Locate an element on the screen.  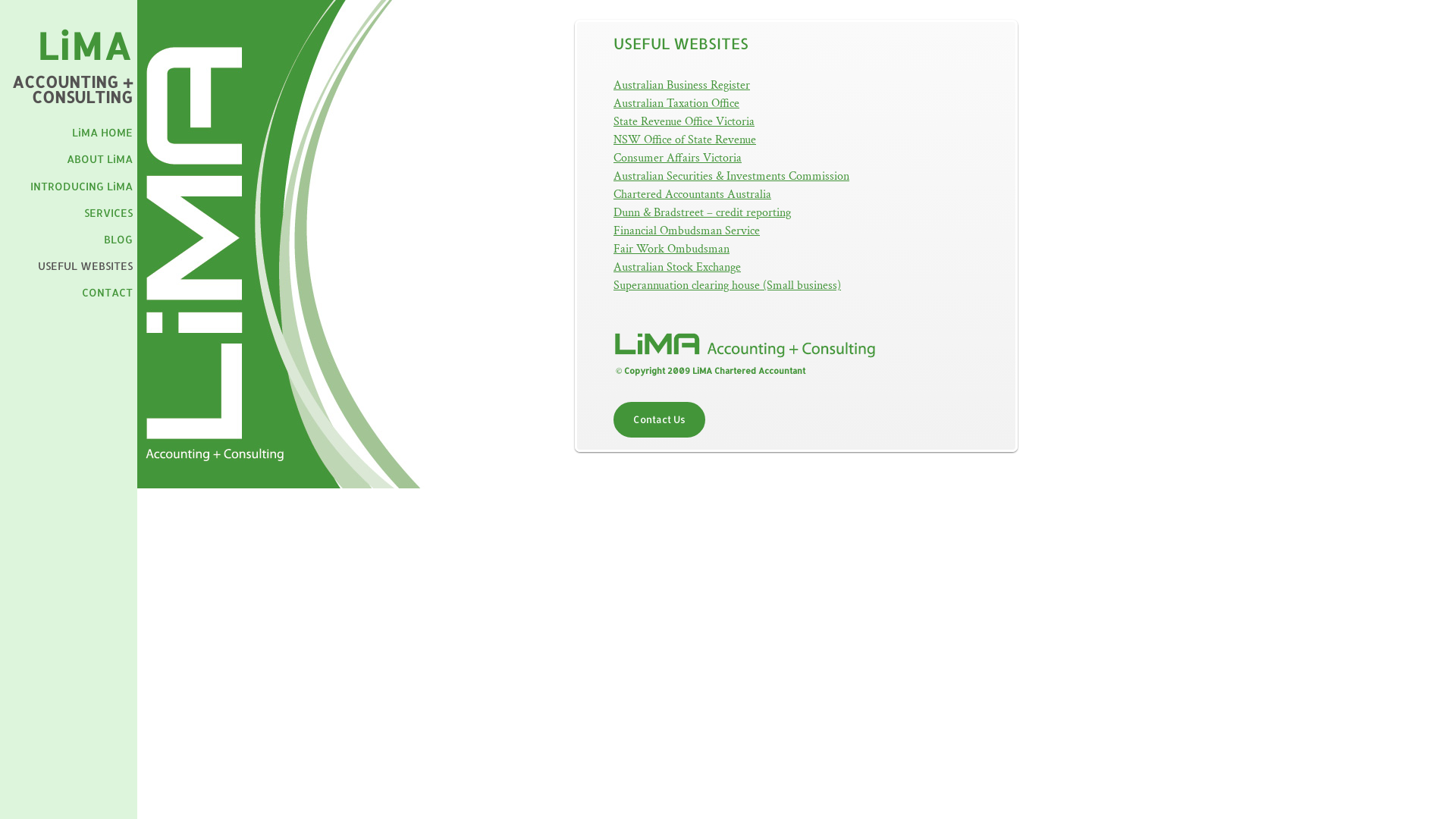
'Australian Securities & Investments Commission' is located at coordinates (731, 175).